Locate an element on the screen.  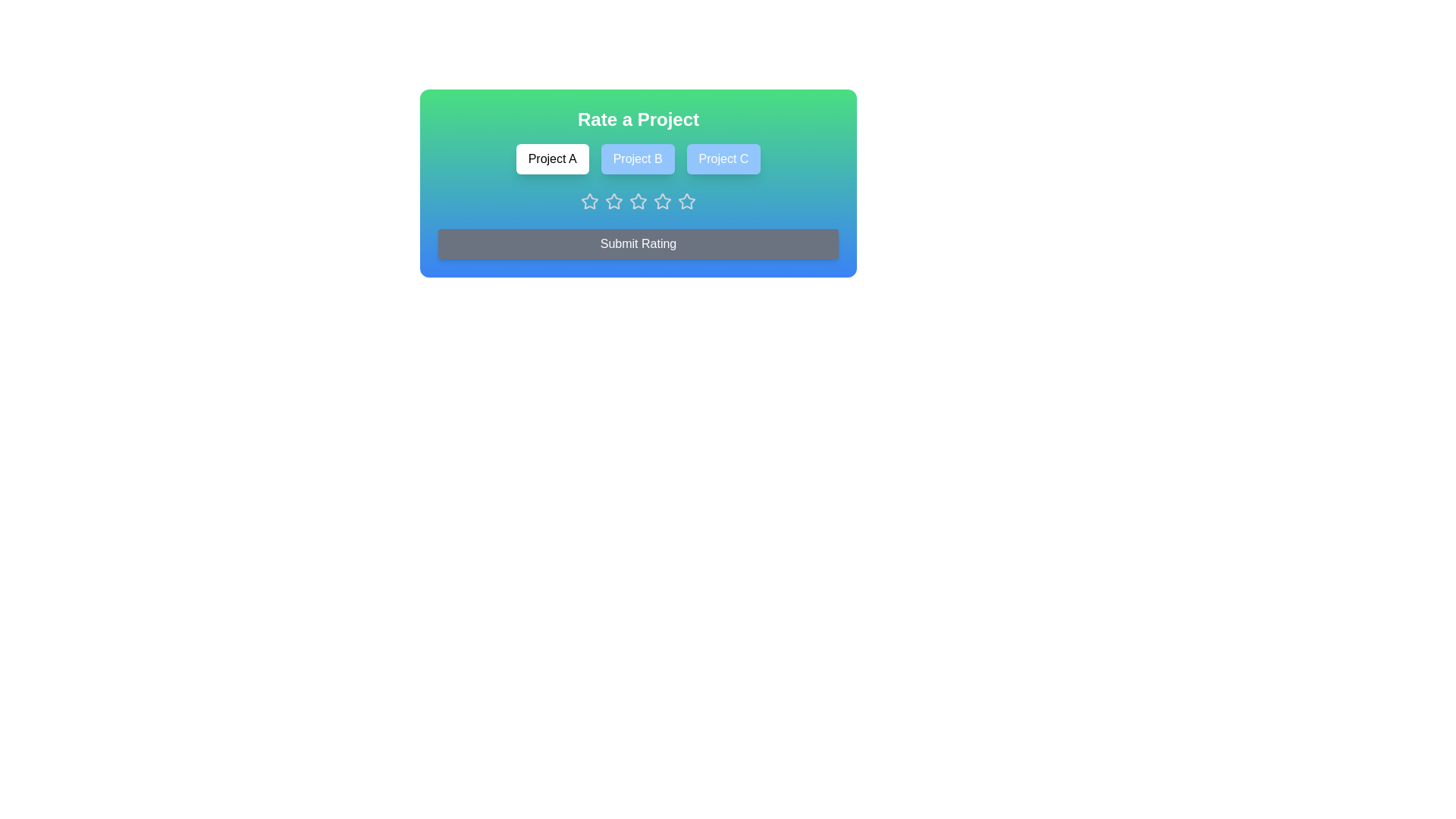
the star corresponding to 4 to set the project rating is located at coordinates (662, 201).